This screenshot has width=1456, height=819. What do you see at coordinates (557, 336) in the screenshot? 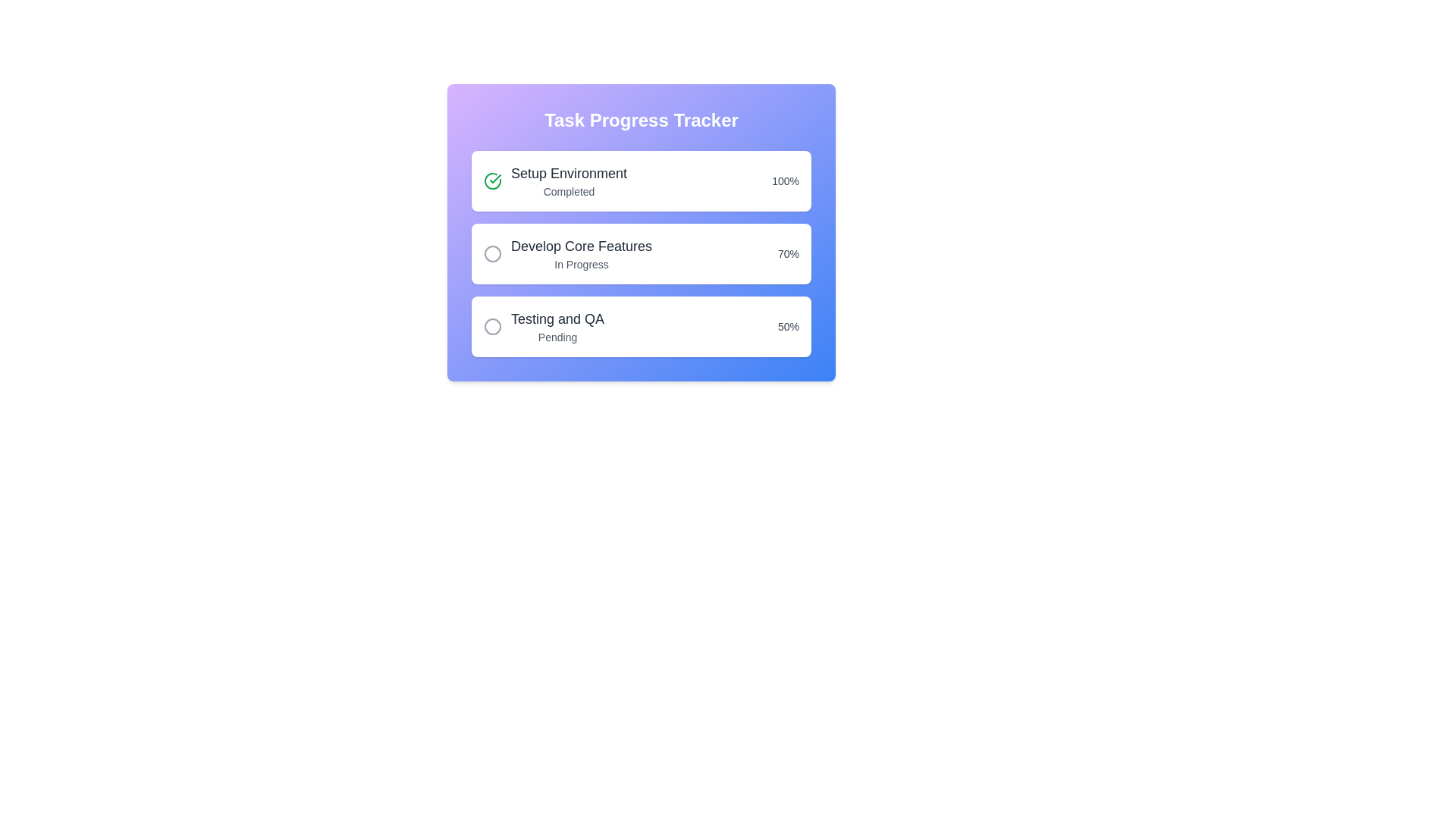
I see `the status indicator label that shows 'Pending' located below the 'Testing and QA' text in the third task card of the progress tracker` at bounding box center [557, 336].